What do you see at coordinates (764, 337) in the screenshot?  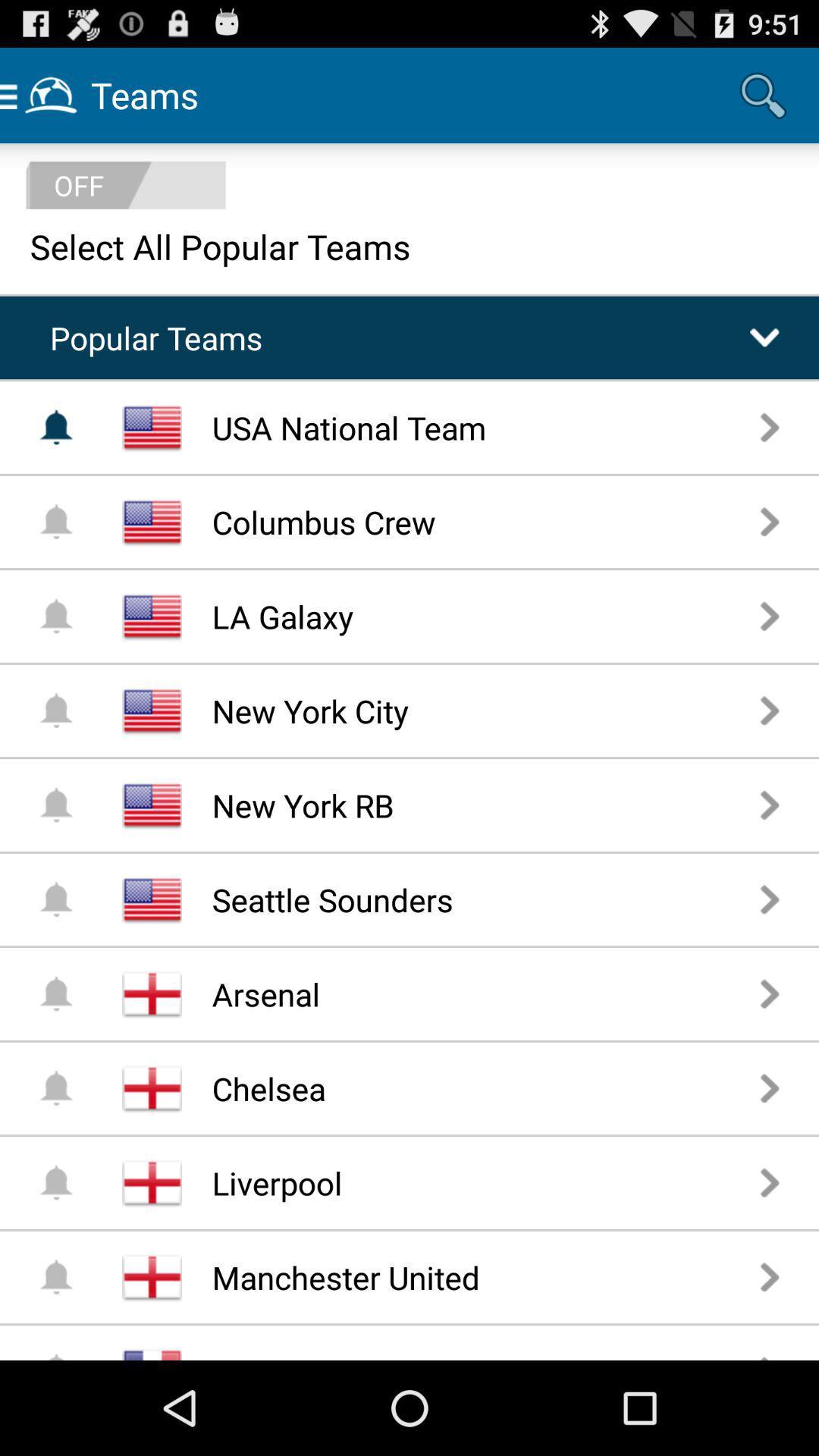 I see `the drop down arrow button` at bounding box center [764, 337].